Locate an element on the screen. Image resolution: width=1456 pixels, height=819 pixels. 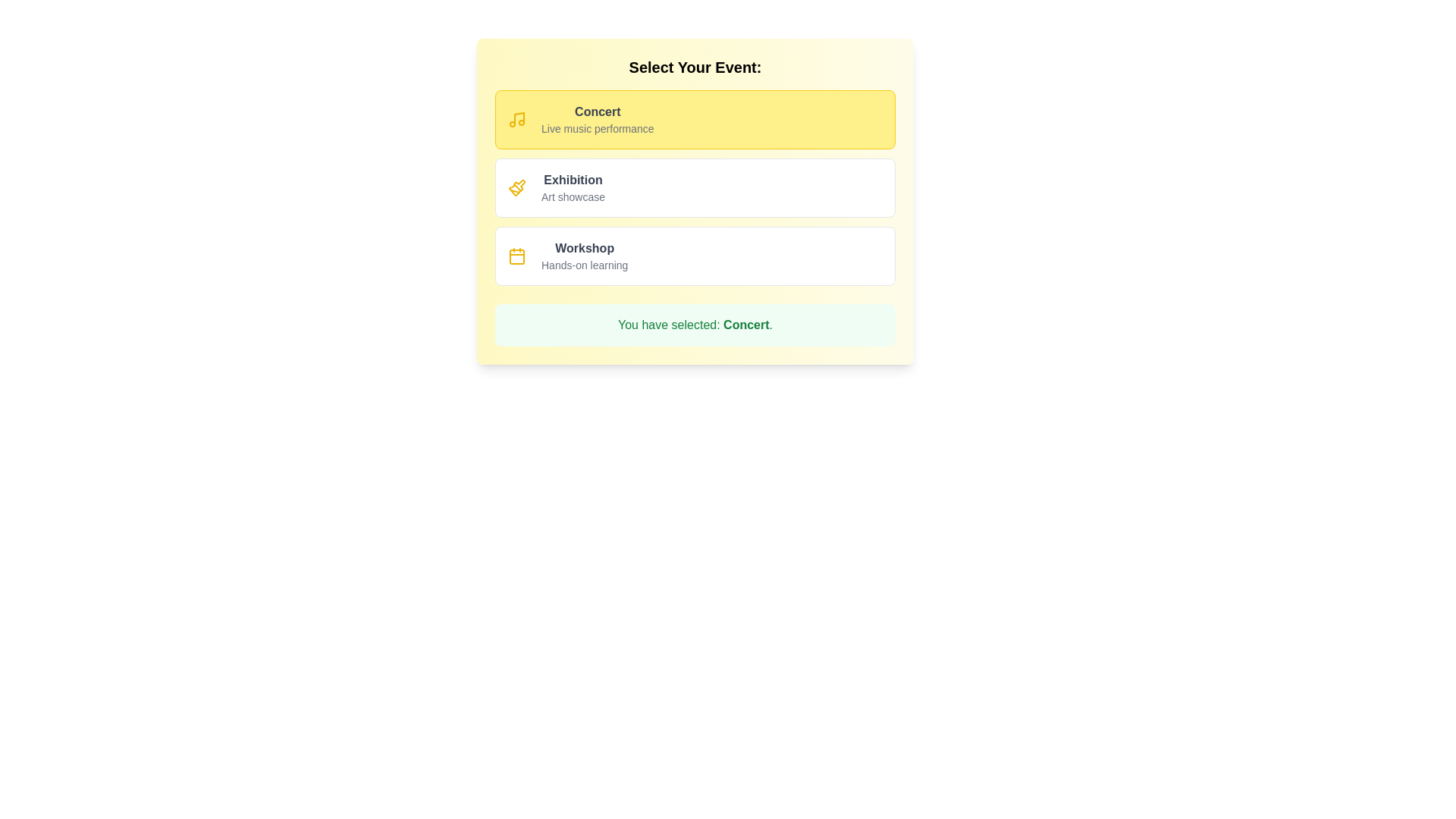
the 'Workshop' event choice icon, which is positioned at the start of the third entry in the event selection list, next to the 'Workshop' title is located at coordinates (520, 256).